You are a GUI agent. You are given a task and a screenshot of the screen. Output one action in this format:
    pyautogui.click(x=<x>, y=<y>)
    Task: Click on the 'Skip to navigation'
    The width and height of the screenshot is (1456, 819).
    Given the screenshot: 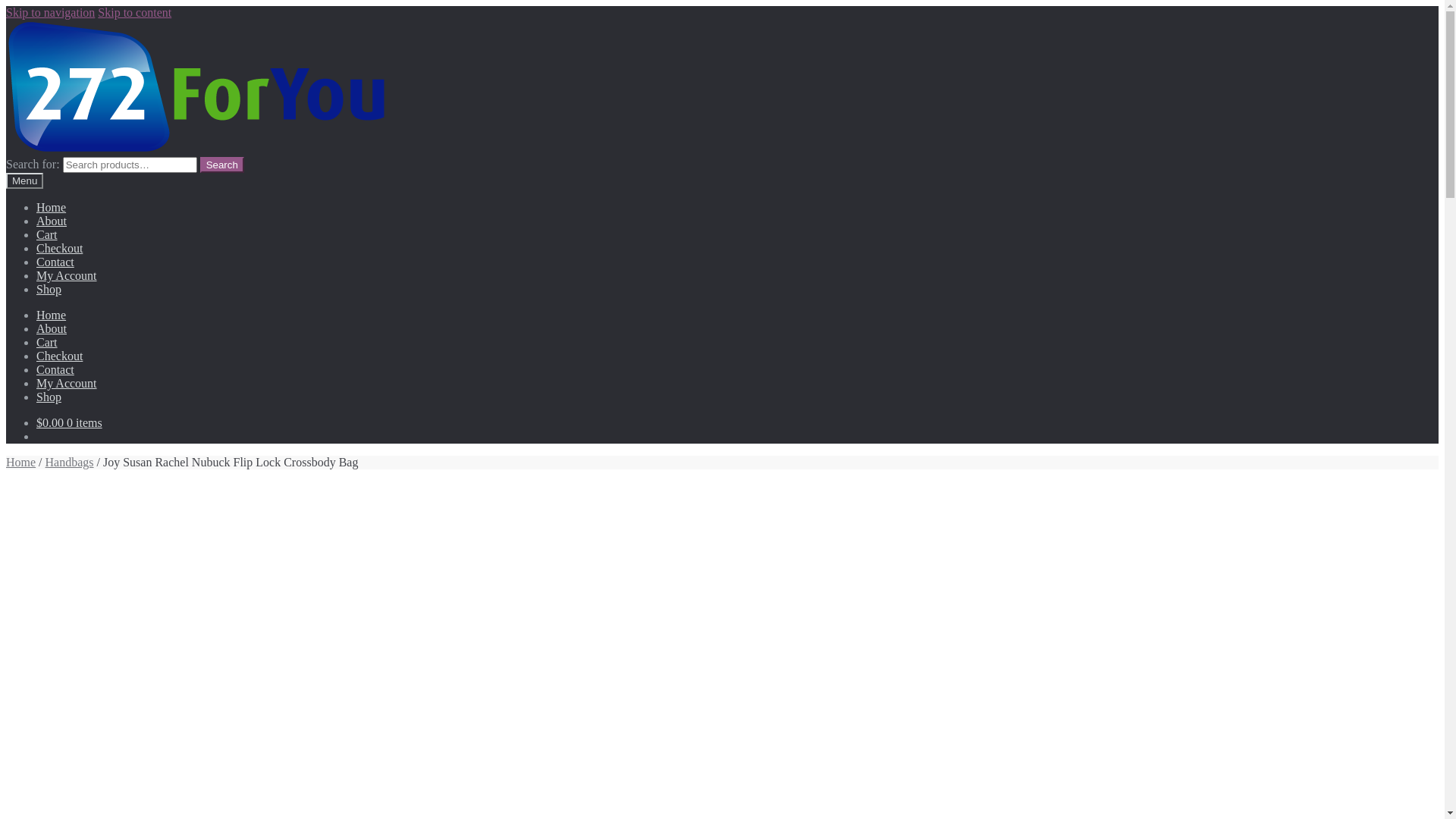 What is the action you would take?
    pyautogui.click(x=50, y=12)
    